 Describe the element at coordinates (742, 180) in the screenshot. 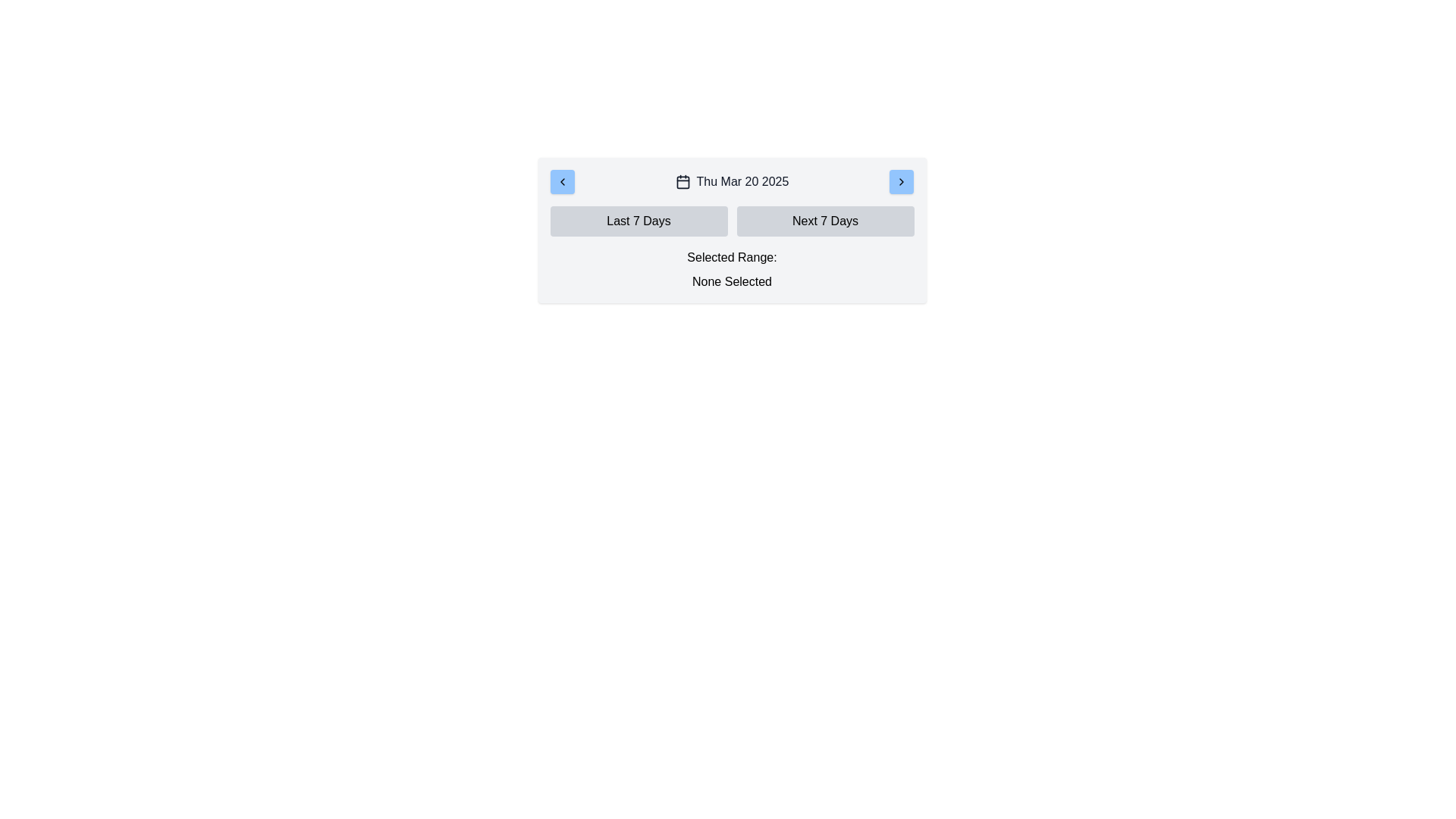

I see `the text label displaying the date 'Thu Mar 20 2025', which is aligned in the center of the interface and positioned above the buttons 'Last 7 Days' and 'Next 7 Days'` at that location.